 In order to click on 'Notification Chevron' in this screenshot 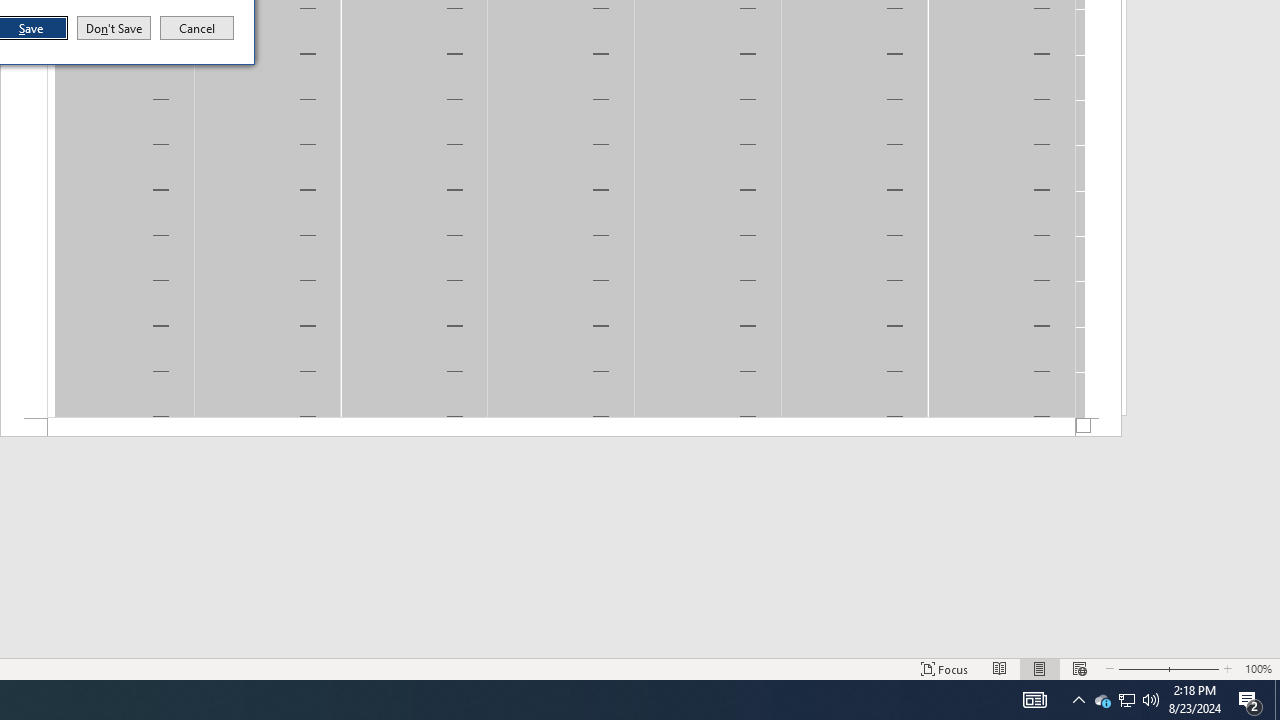, I will do `click(1078, 698)`.